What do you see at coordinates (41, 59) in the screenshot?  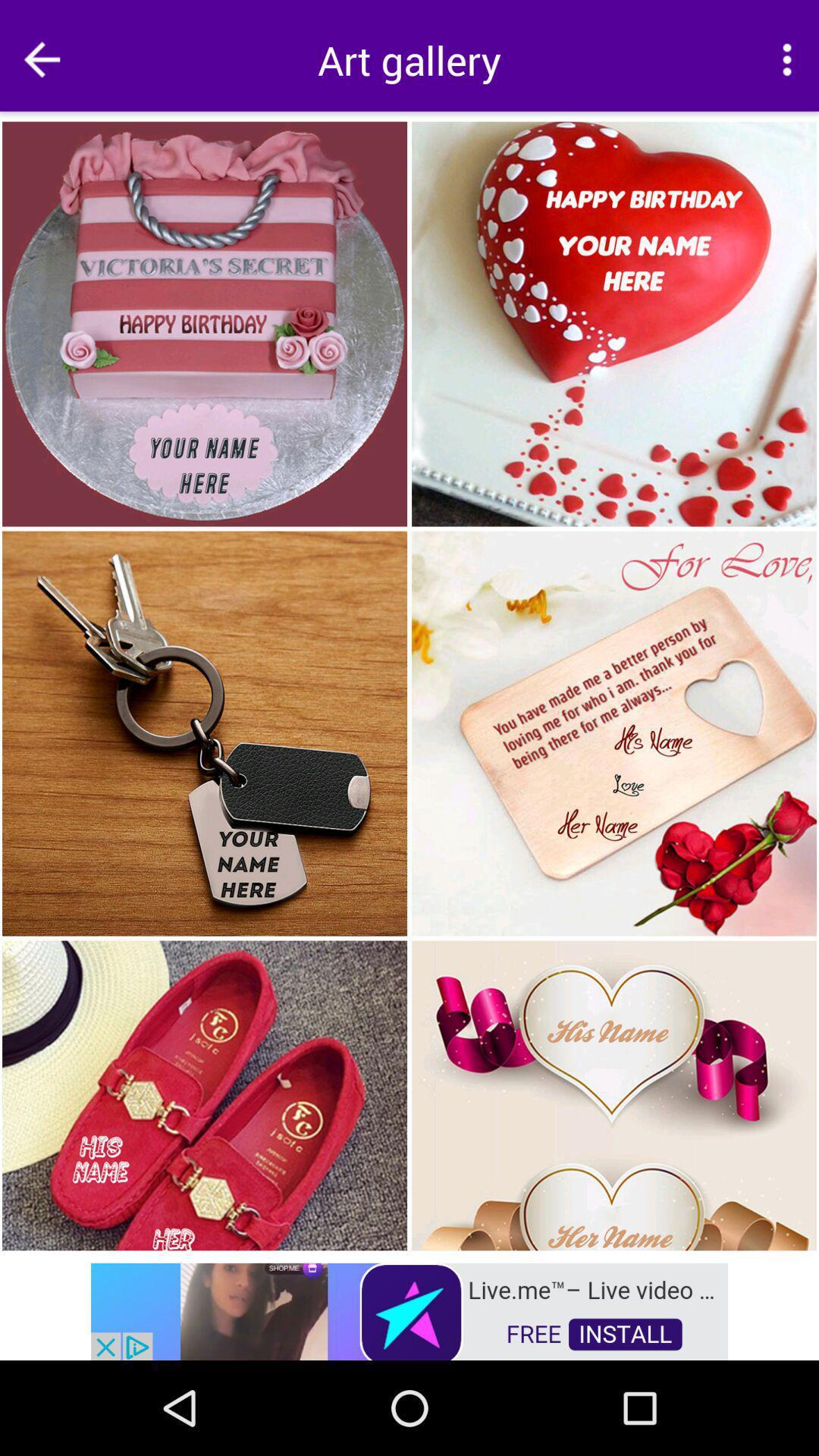 I see `go back` at bounding box center [41, 59].